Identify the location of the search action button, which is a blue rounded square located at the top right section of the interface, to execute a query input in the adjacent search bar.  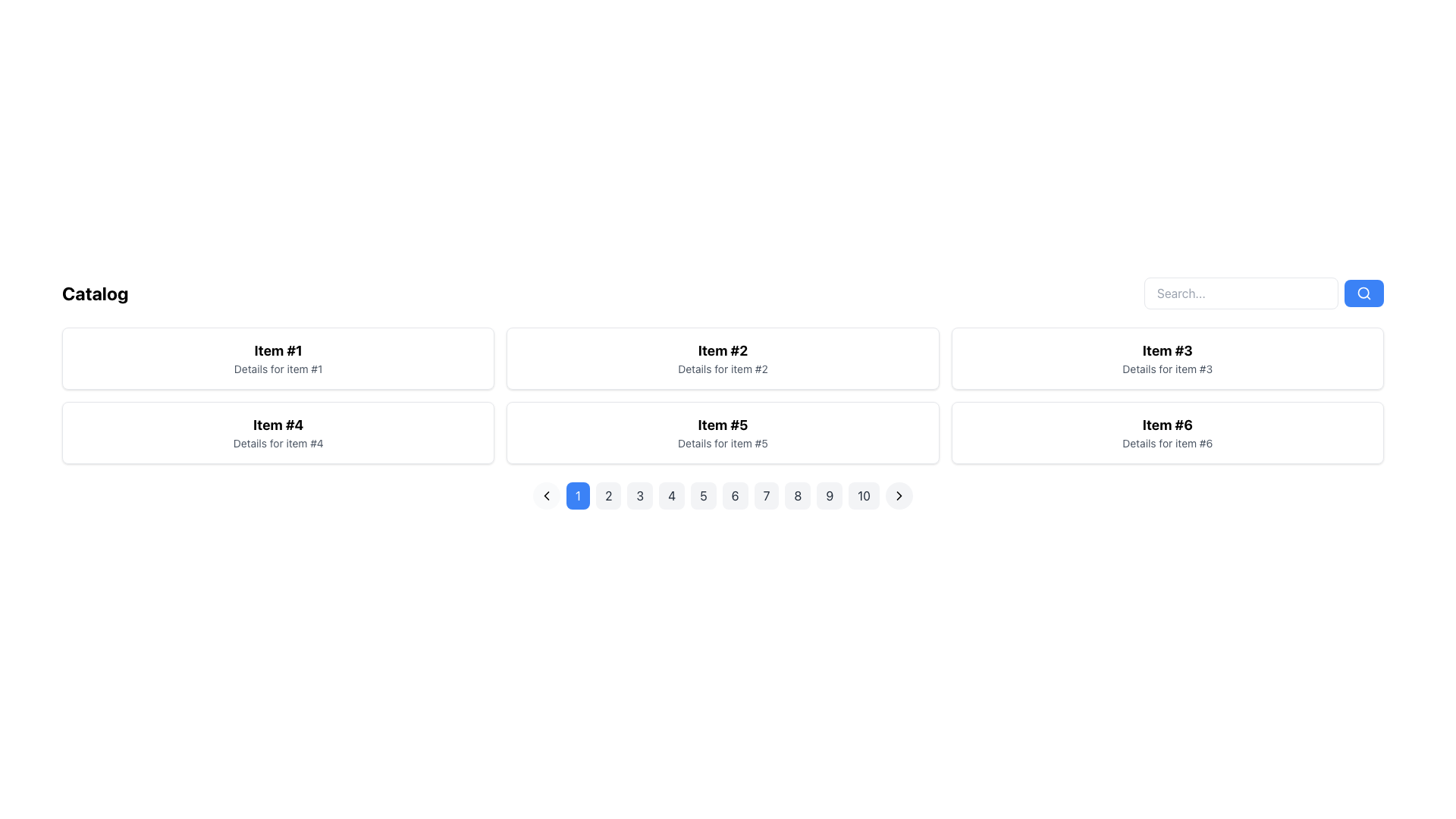
(1364, 293).